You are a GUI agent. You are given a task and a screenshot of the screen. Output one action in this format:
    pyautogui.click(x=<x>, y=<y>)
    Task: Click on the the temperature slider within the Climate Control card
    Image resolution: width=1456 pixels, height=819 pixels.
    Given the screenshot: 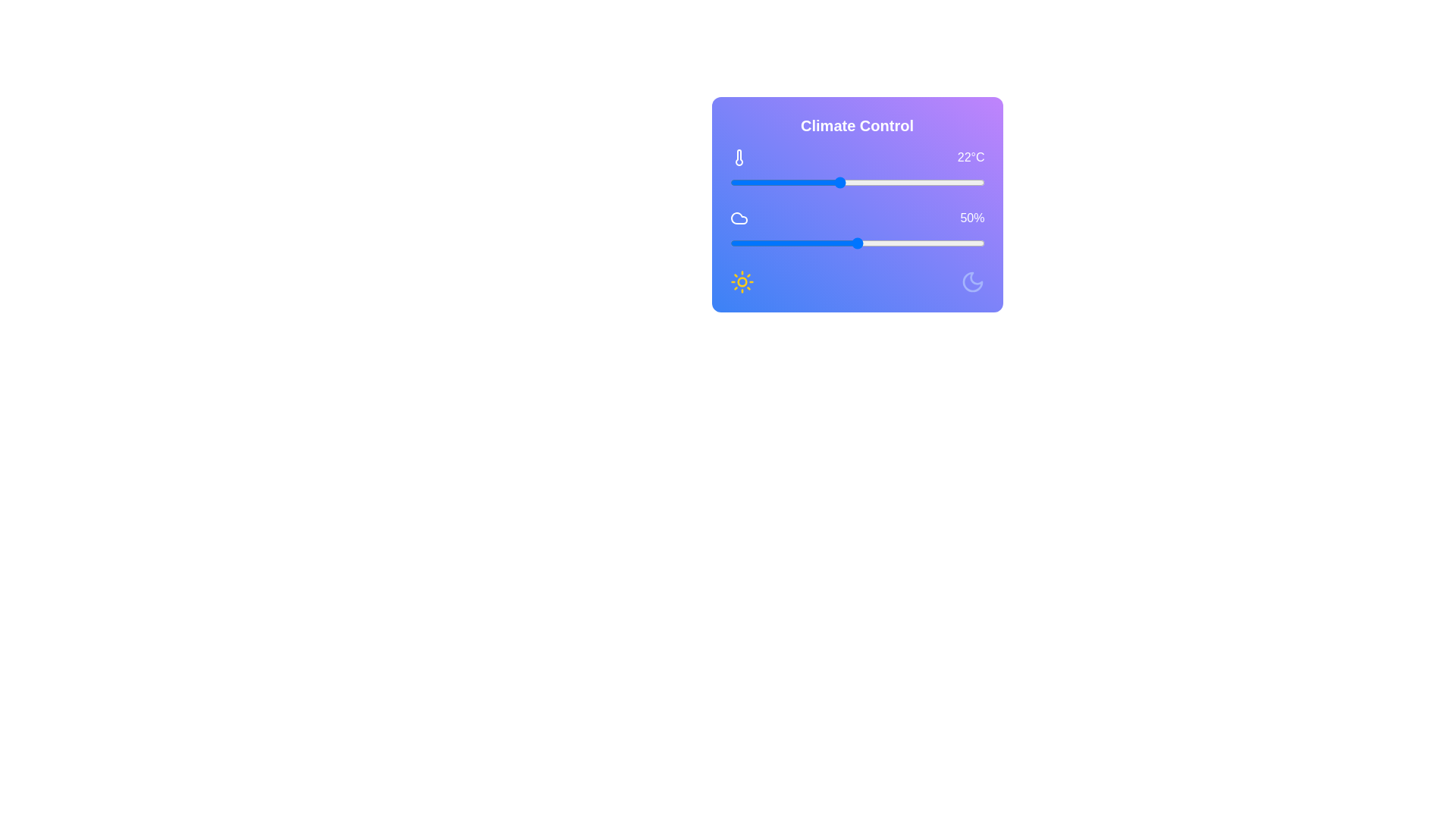 What is the action you would take?
    pyautogui.click(x=857, y=169)
    